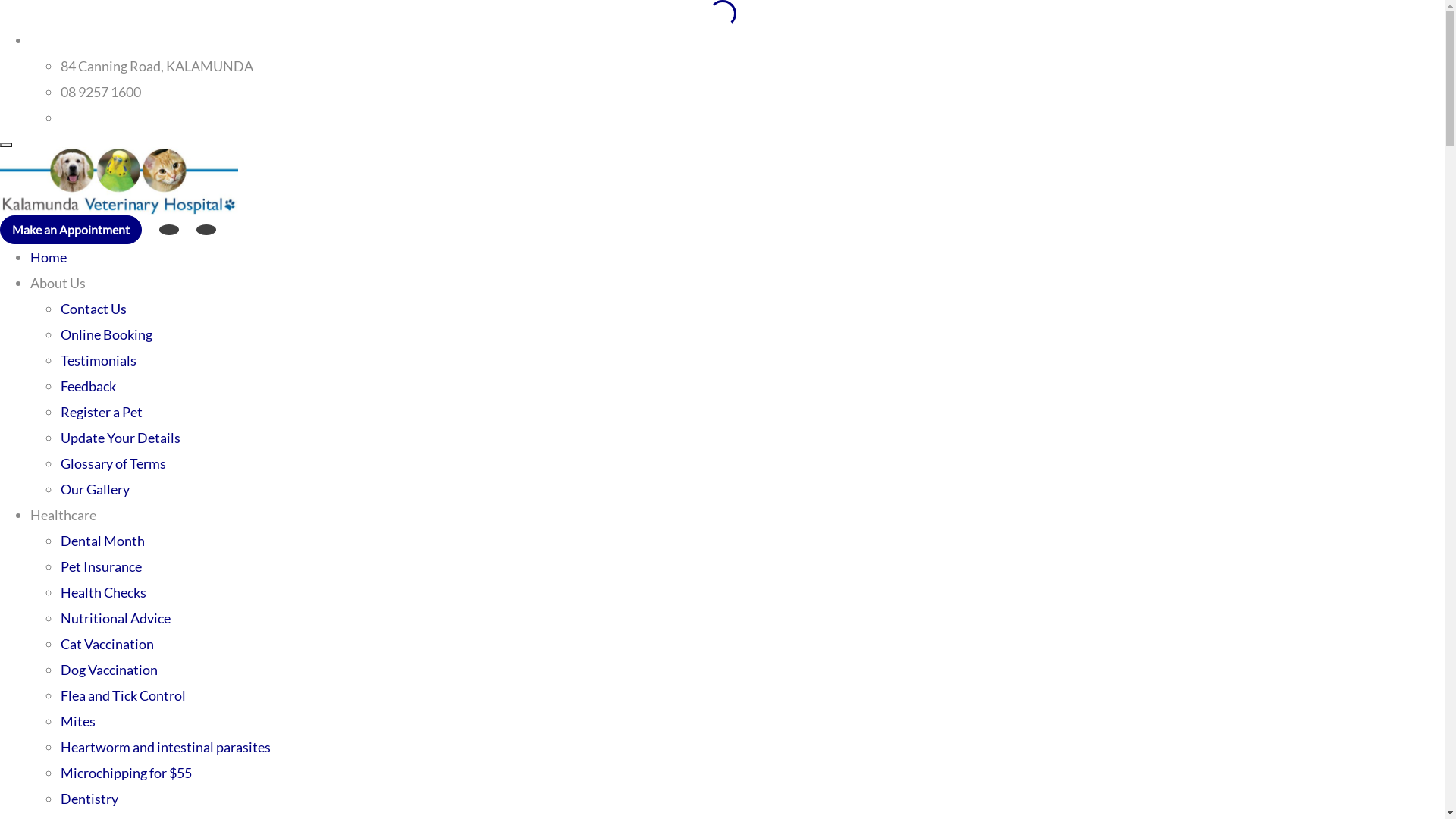 The width and height of the screenshot is (1456, 819). I want to click on 'Make an Appointment', so click(70, 230).